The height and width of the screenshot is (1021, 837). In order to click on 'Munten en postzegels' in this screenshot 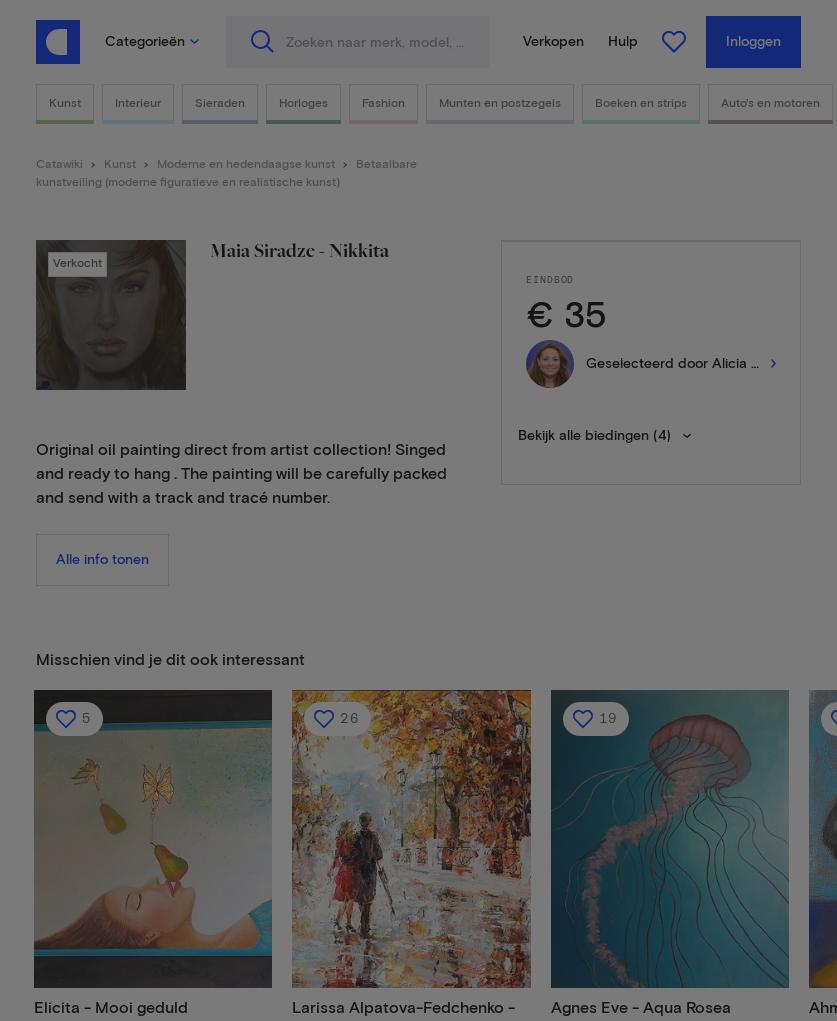, I will do `click(499, 102)`.